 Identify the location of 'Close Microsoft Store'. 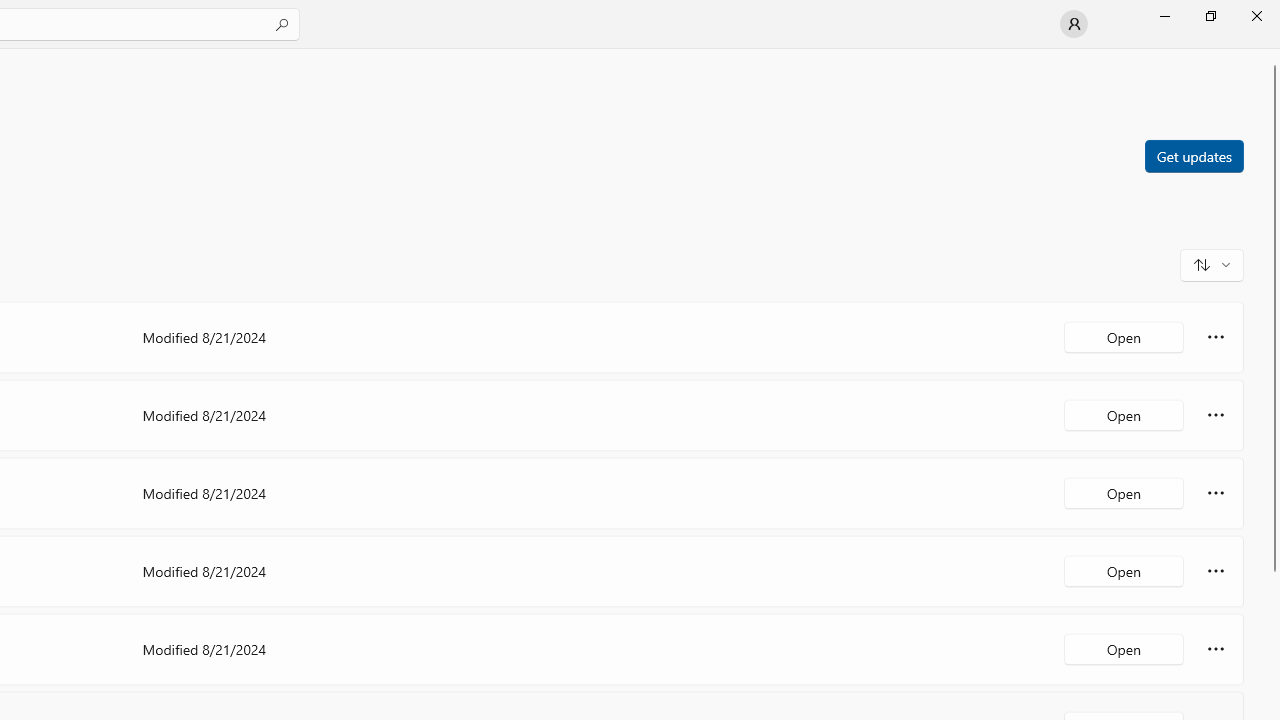
(1255, 15).